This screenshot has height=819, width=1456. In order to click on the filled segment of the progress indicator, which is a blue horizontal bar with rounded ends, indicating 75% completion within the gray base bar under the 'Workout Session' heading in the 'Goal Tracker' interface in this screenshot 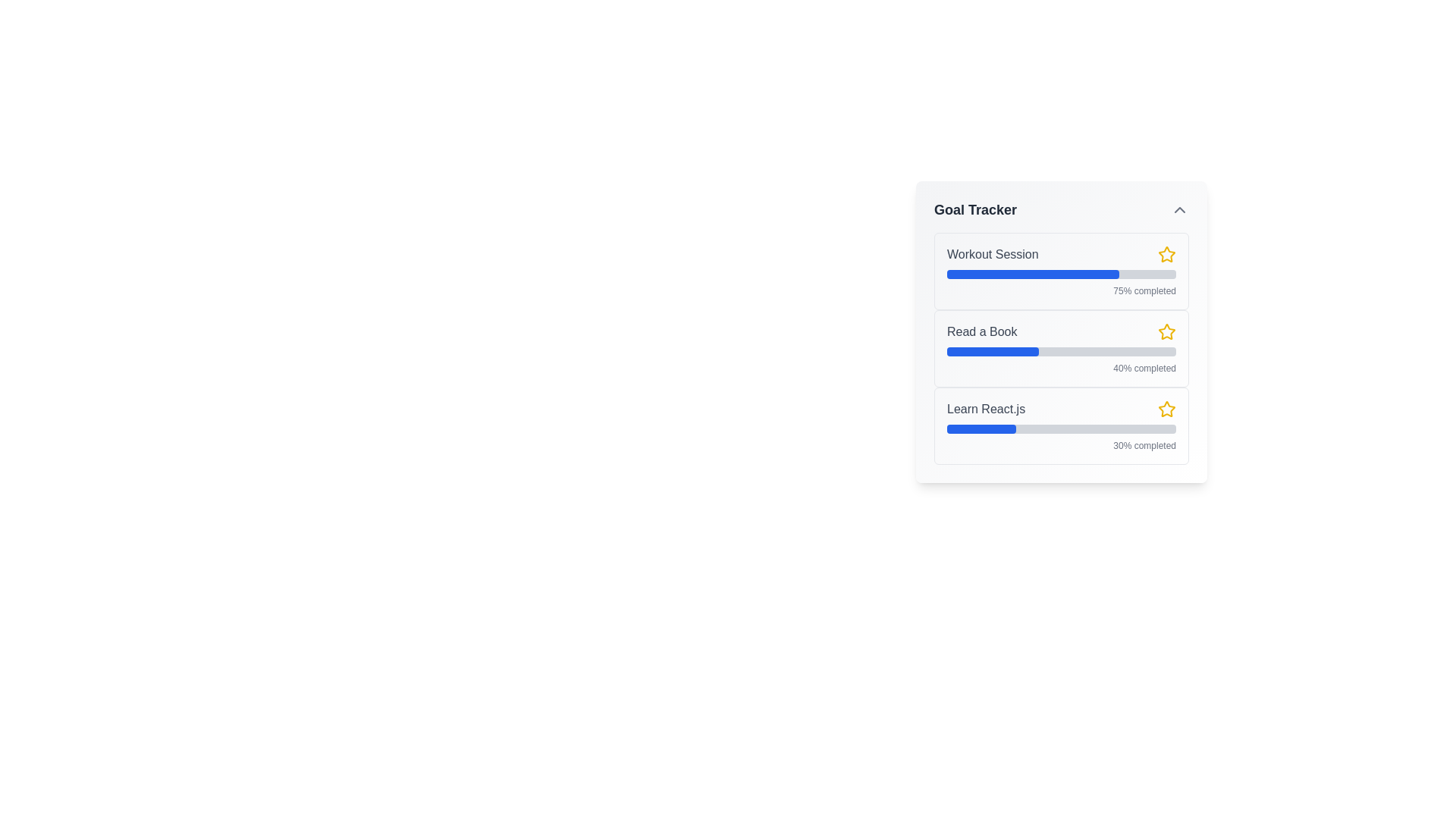, I will do `click(1032, 275)`.